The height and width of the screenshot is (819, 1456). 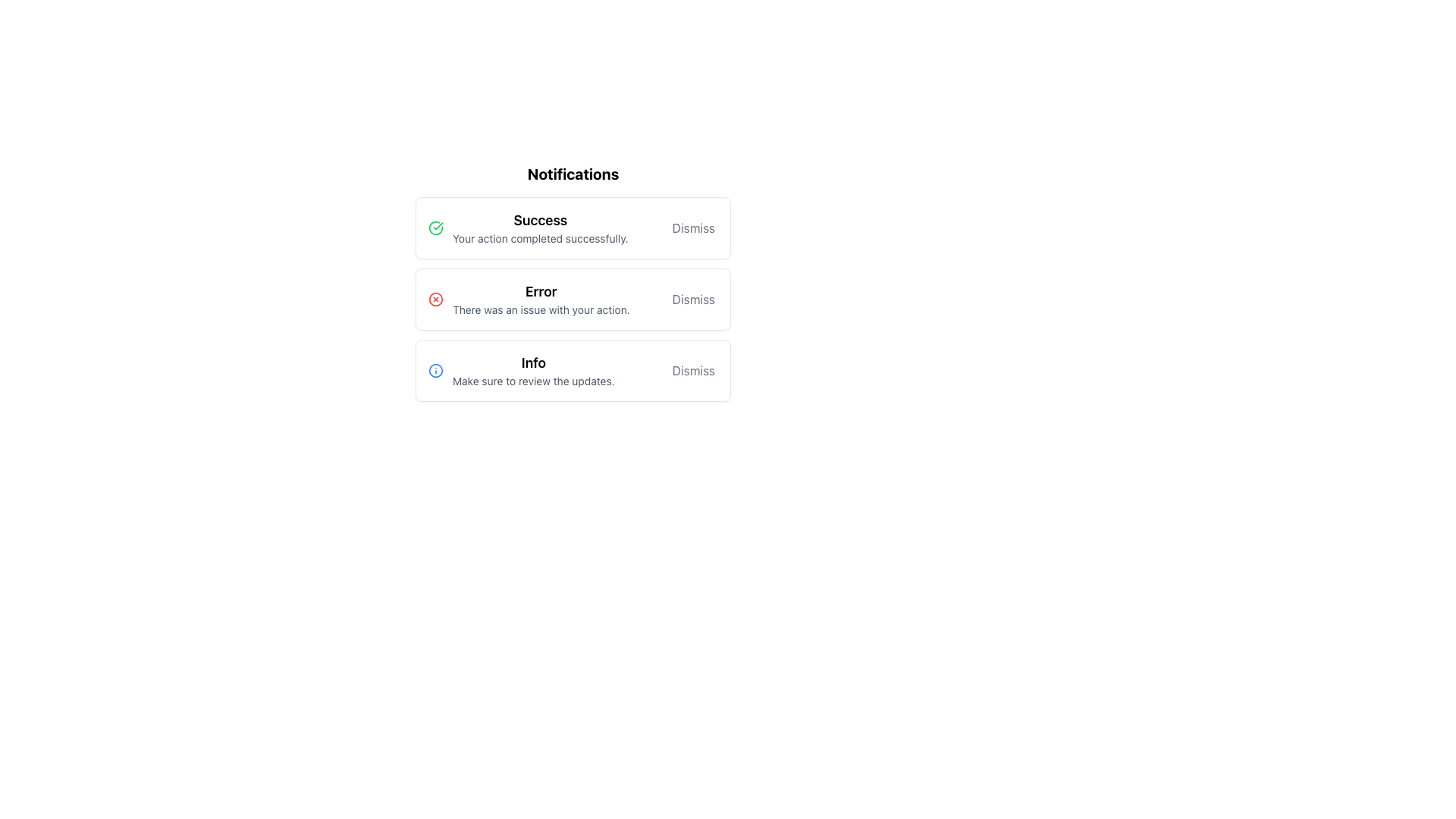 What do you see at coordinates (541, 299) in the screenshot?
I see `text displayed in the error notification text block, which is the second card among the three notifications located centrally in the upper portion of the interface` at bounding box center [541, 299].